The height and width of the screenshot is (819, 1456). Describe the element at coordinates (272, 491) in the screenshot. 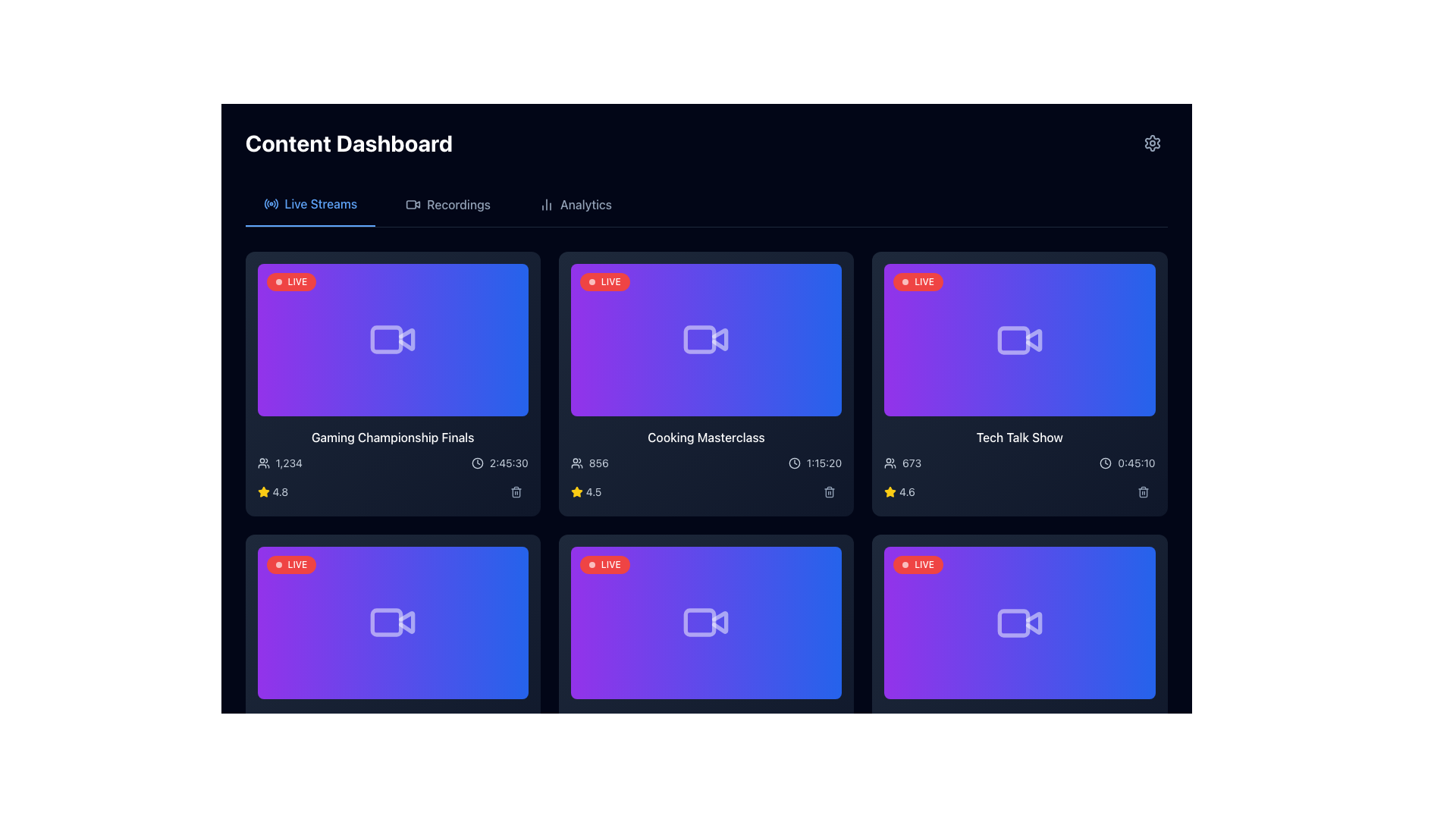

I see `the text label that displays the numeric rating value adjacent to a star-shaped icon in the bottom-left corner of the live stream card titled 'Gaming Championship Finals'` at that location.